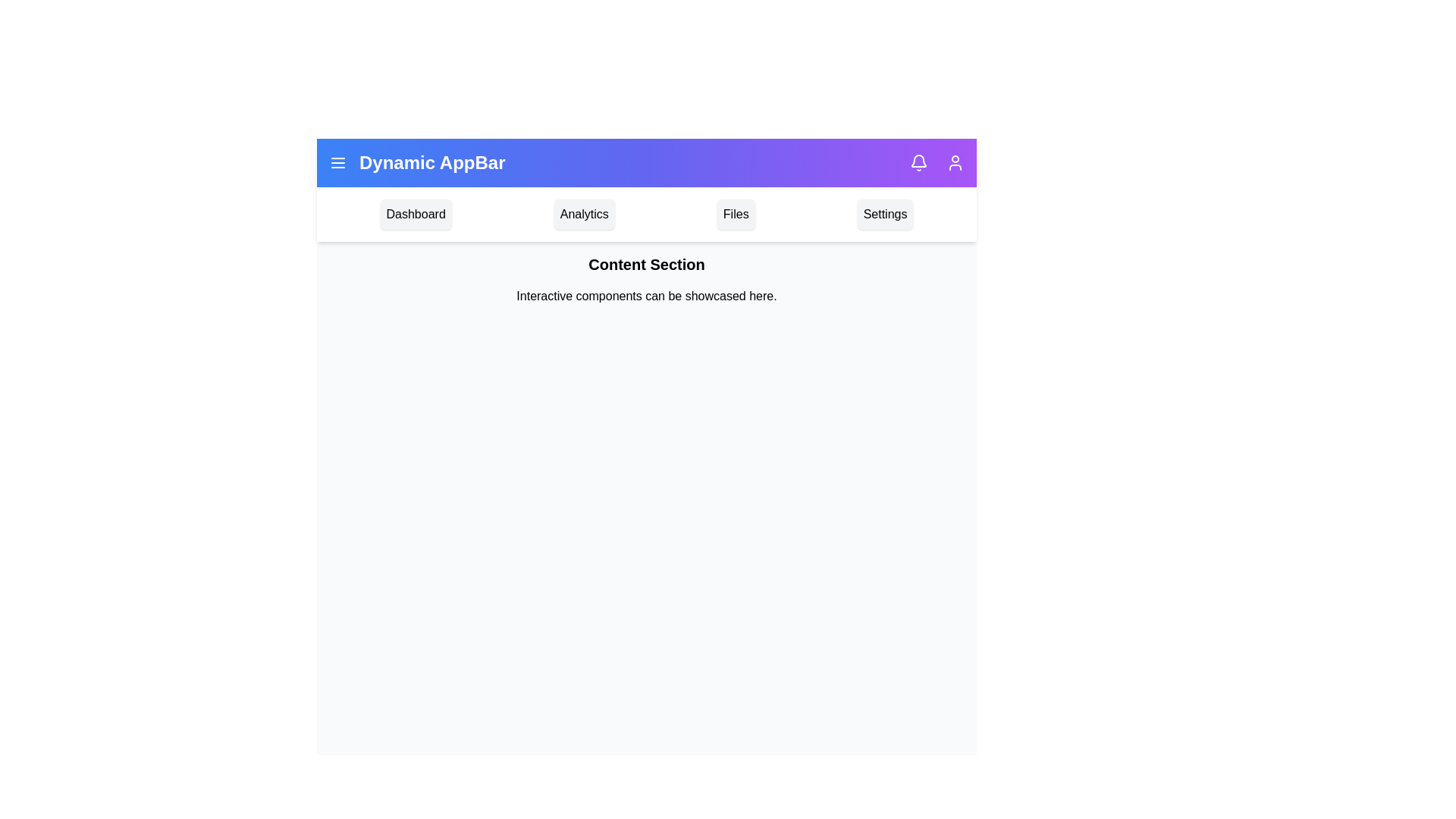 Image resolution: width=1456 pixels, height=819 pixels. Describe the element at coordinates (954, 163) in the screenshot. I see `the user profile icon to open the user profile menu` at that location.